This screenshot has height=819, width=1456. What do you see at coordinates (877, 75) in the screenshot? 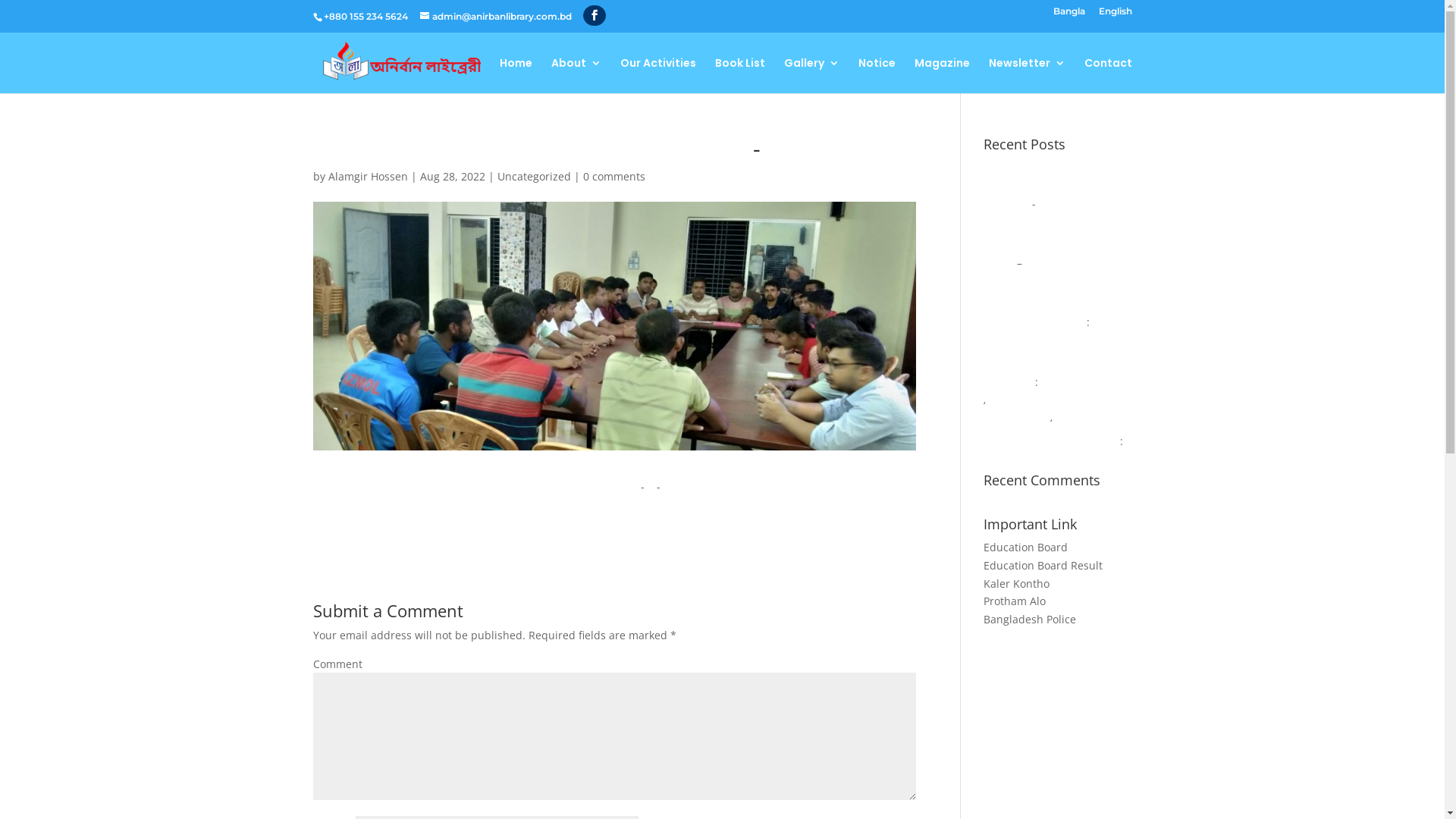
I see `'Notice'` at bounding box center [877, 75].